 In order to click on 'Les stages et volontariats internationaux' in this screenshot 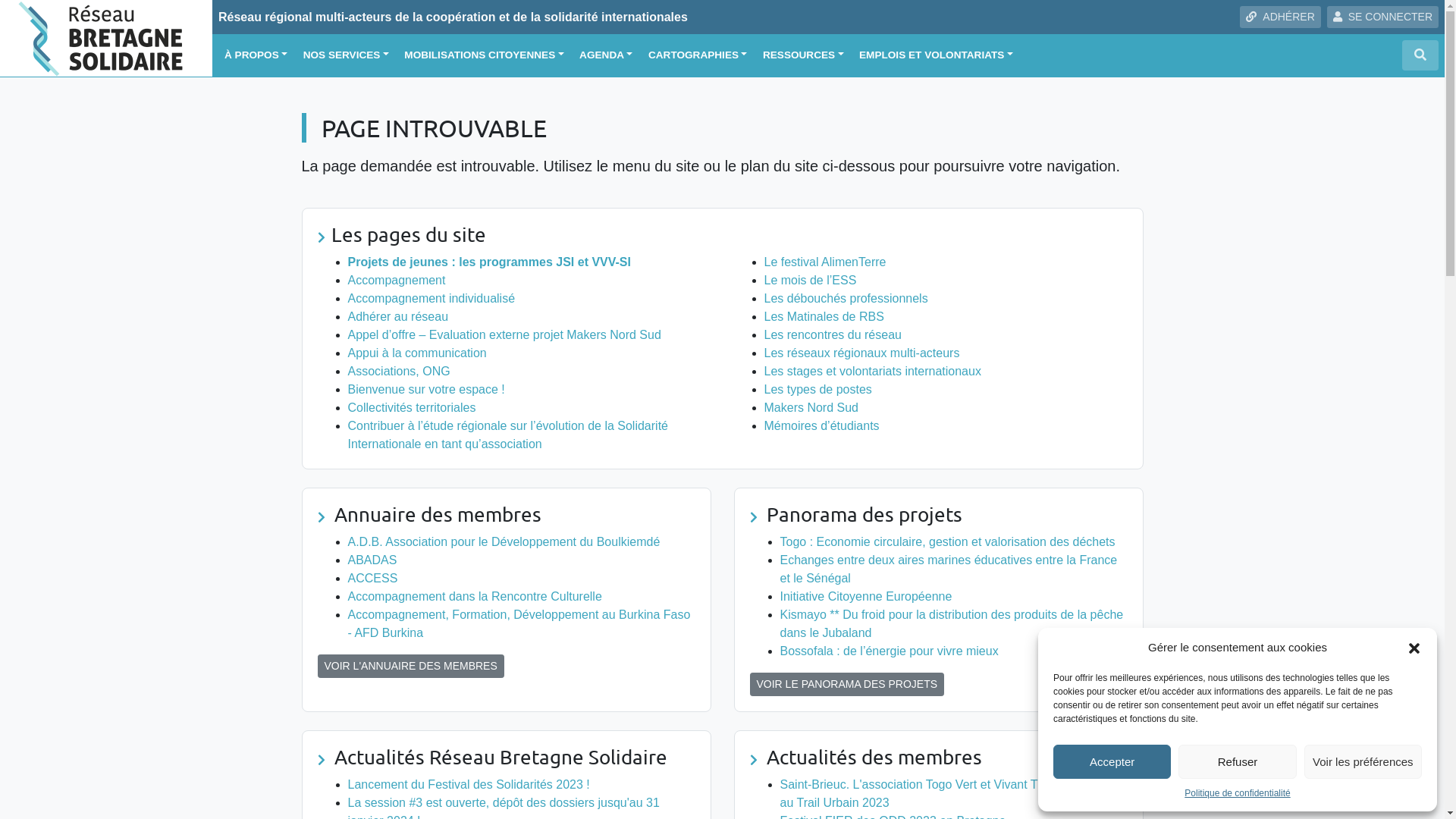, I will do `click(873, 371)`.